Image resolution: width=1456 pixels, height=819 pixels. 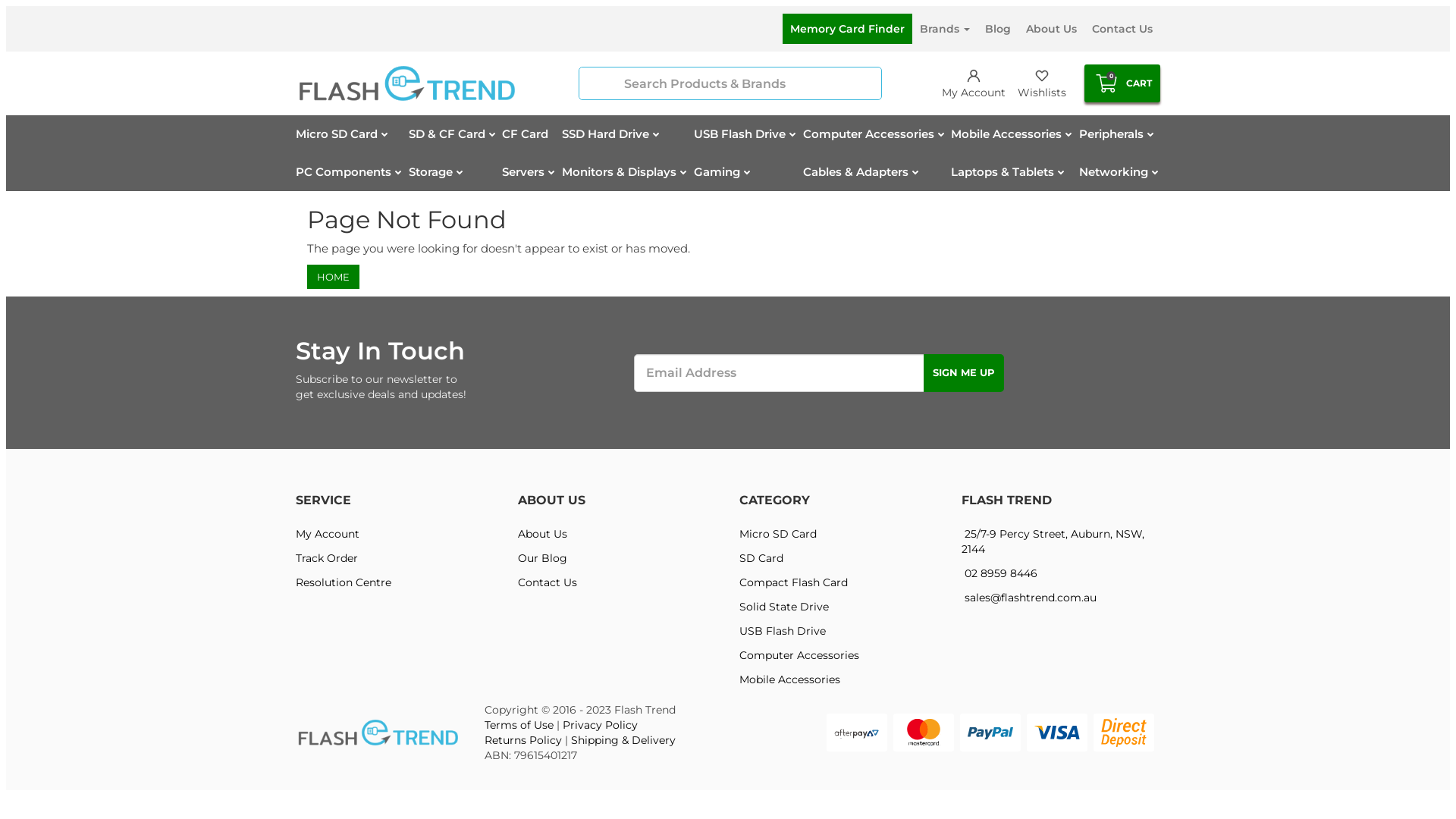 I want to click on 'CF Card', so click(x=502, y=133).